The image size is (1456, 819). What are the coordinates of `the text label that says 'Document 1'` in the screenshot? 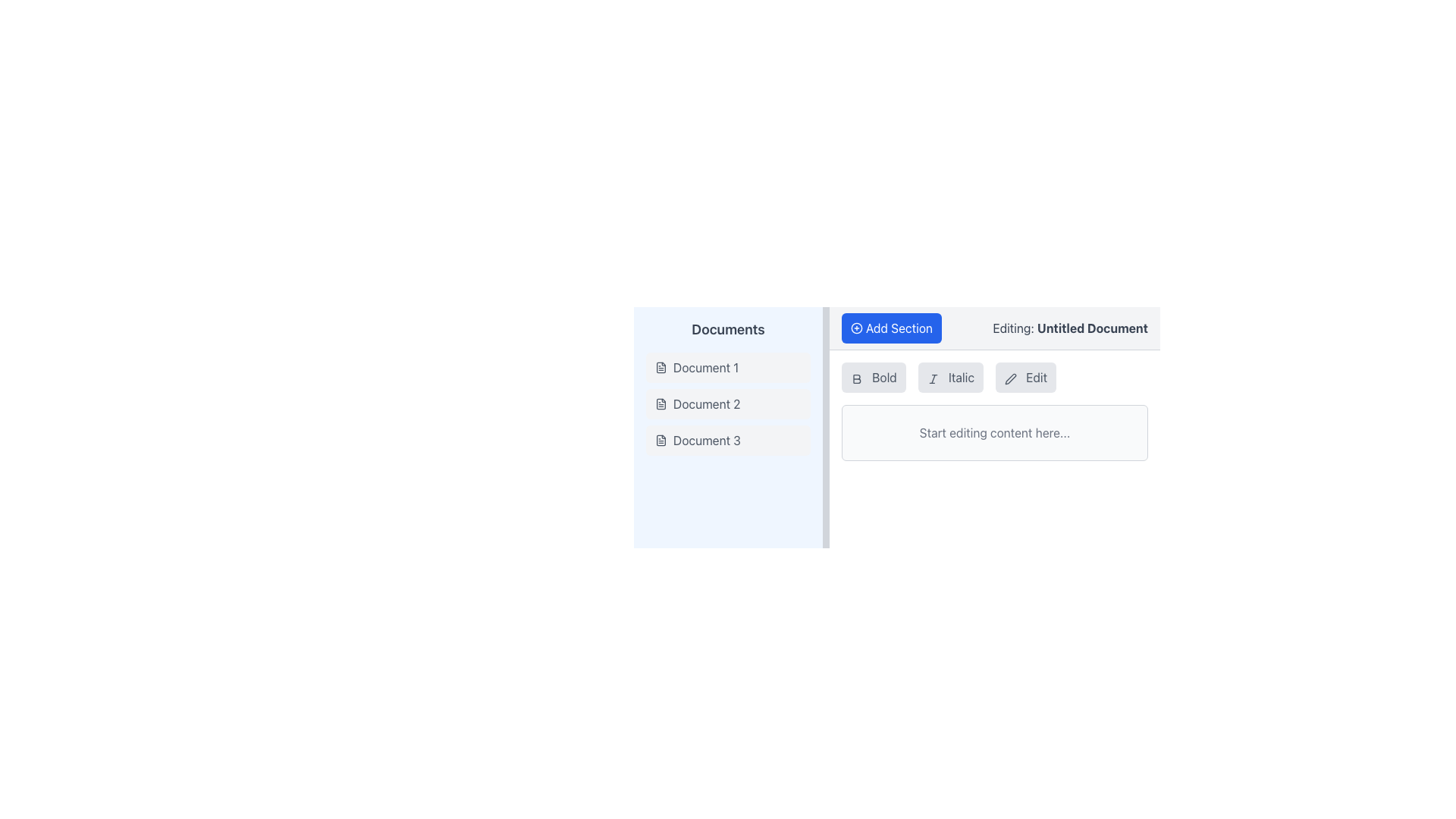 It's located at (705, 368).